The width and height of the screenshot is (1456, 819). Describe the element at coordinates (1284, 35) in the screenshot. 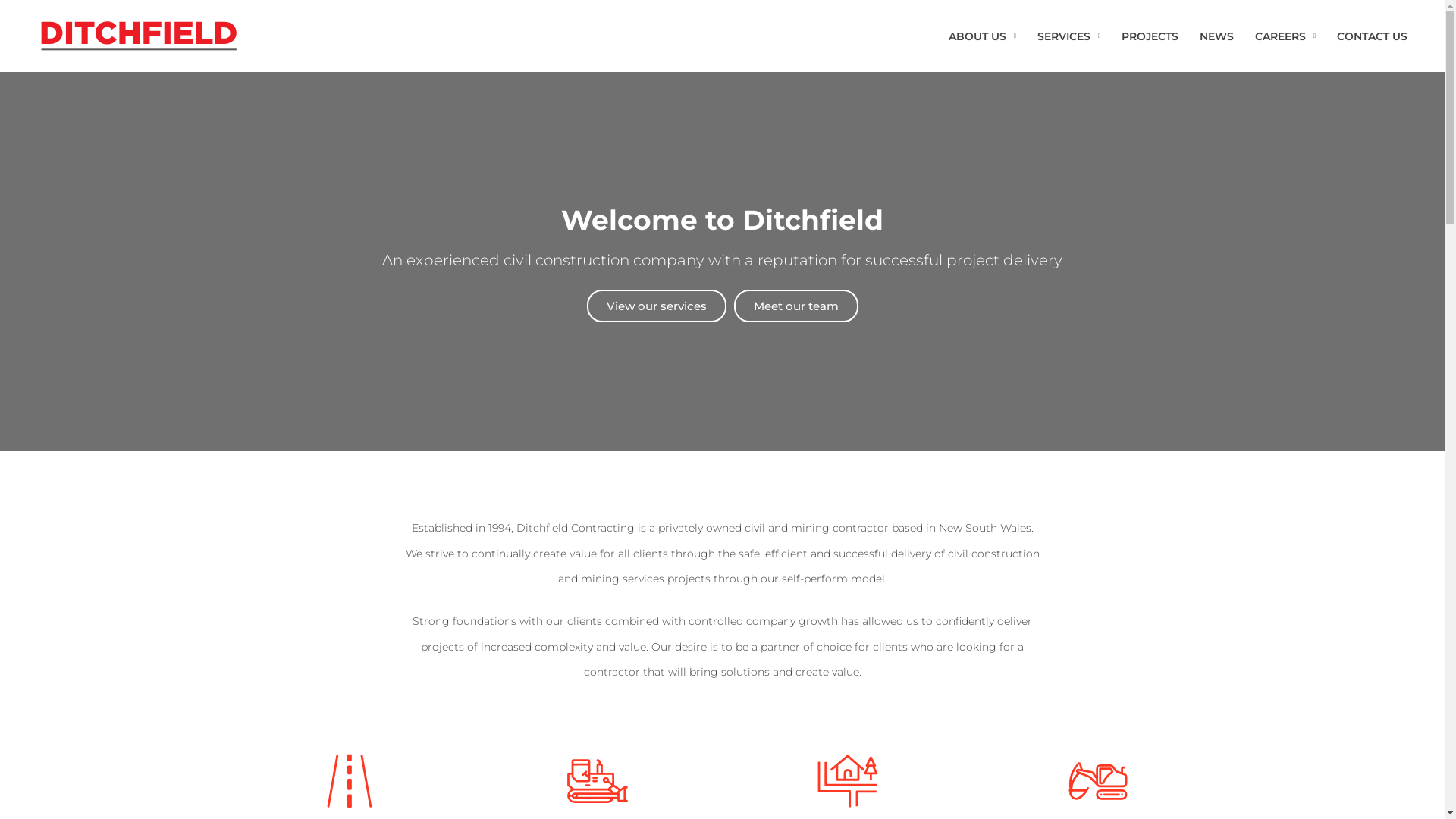

I see `'CAREERS'` at that location.